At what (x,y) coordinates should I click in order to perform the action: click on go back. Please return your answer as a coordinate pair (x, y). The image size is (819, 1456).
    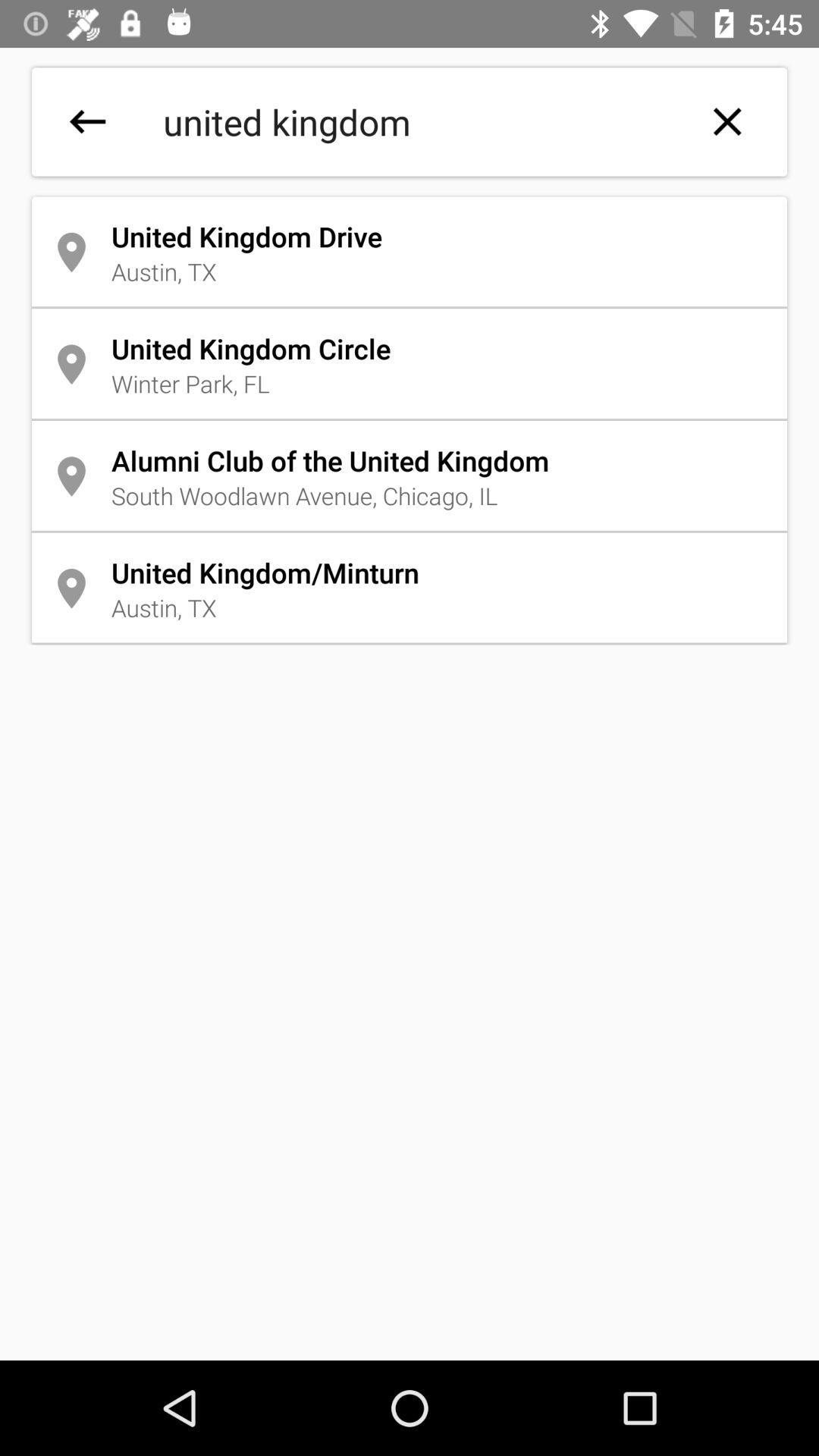
    Looking at the image, I should click on (87, 121).